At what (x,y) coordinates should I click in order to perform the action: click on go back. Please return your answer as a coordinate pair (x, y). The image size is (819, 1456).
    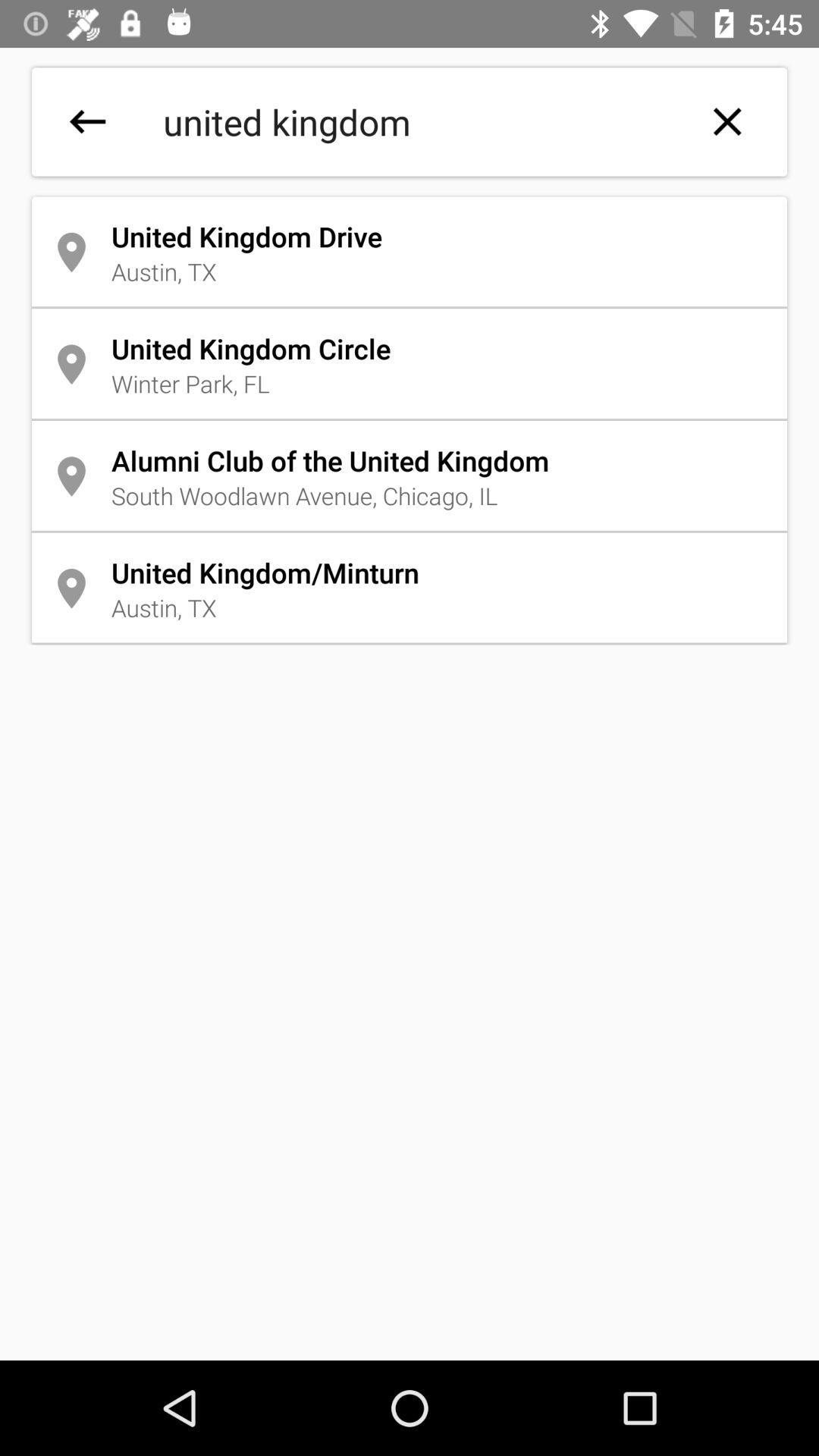
    Looking at the image, I should click on (87, 121).